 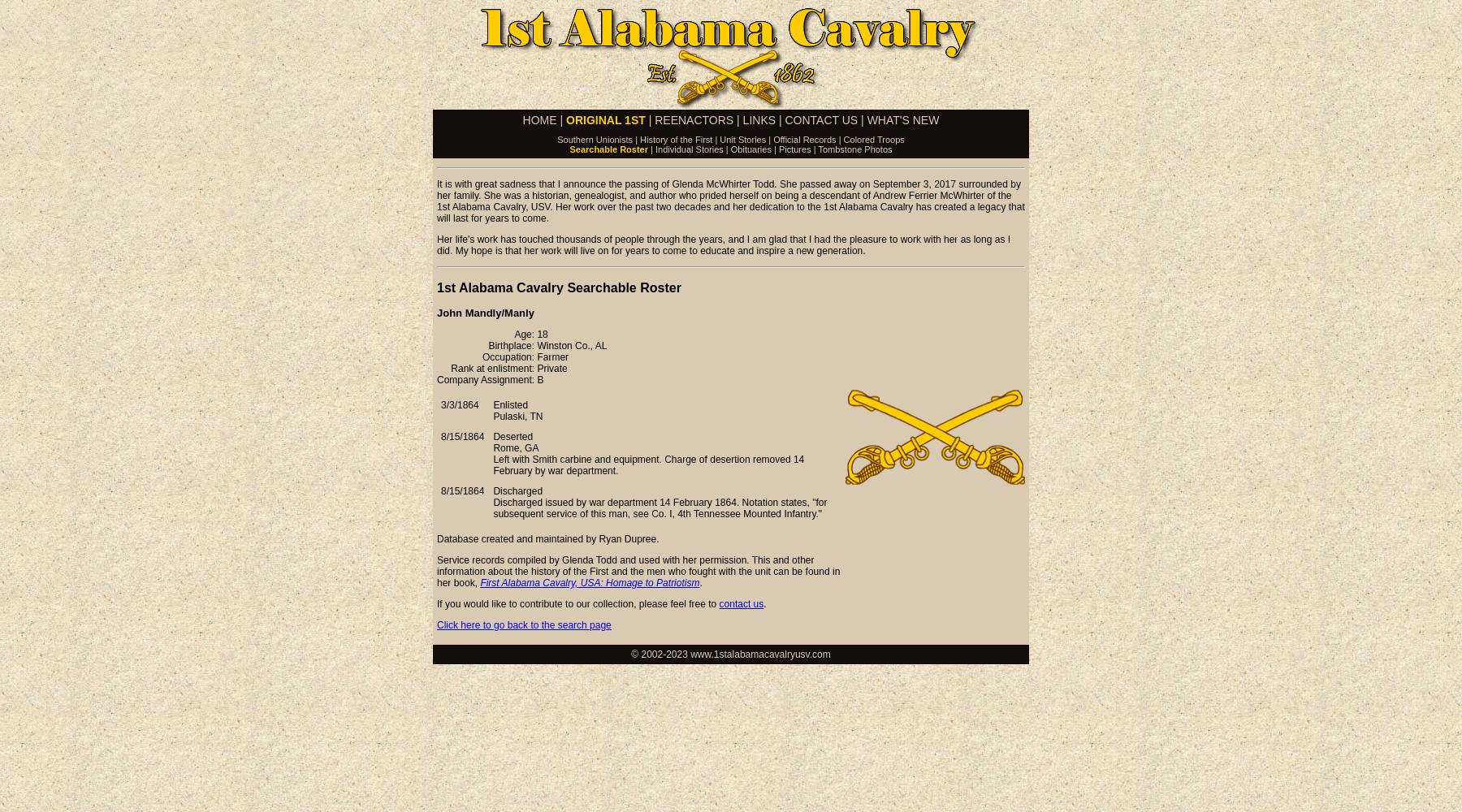 I want to click on '18', so click(x=542, y=335).